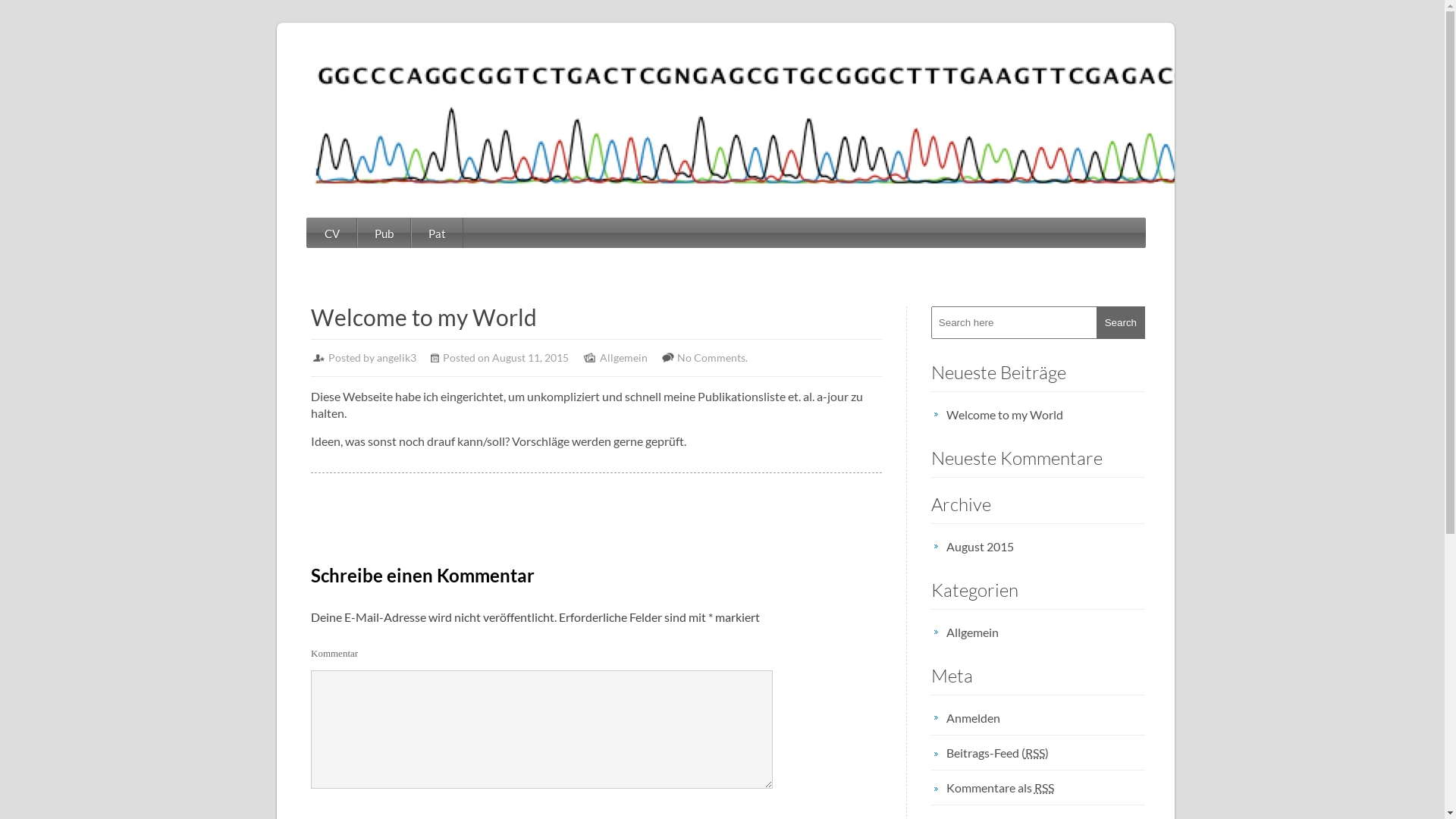 The image size is (1456, 819). I want to click on 'Search', so click(1121, 322).